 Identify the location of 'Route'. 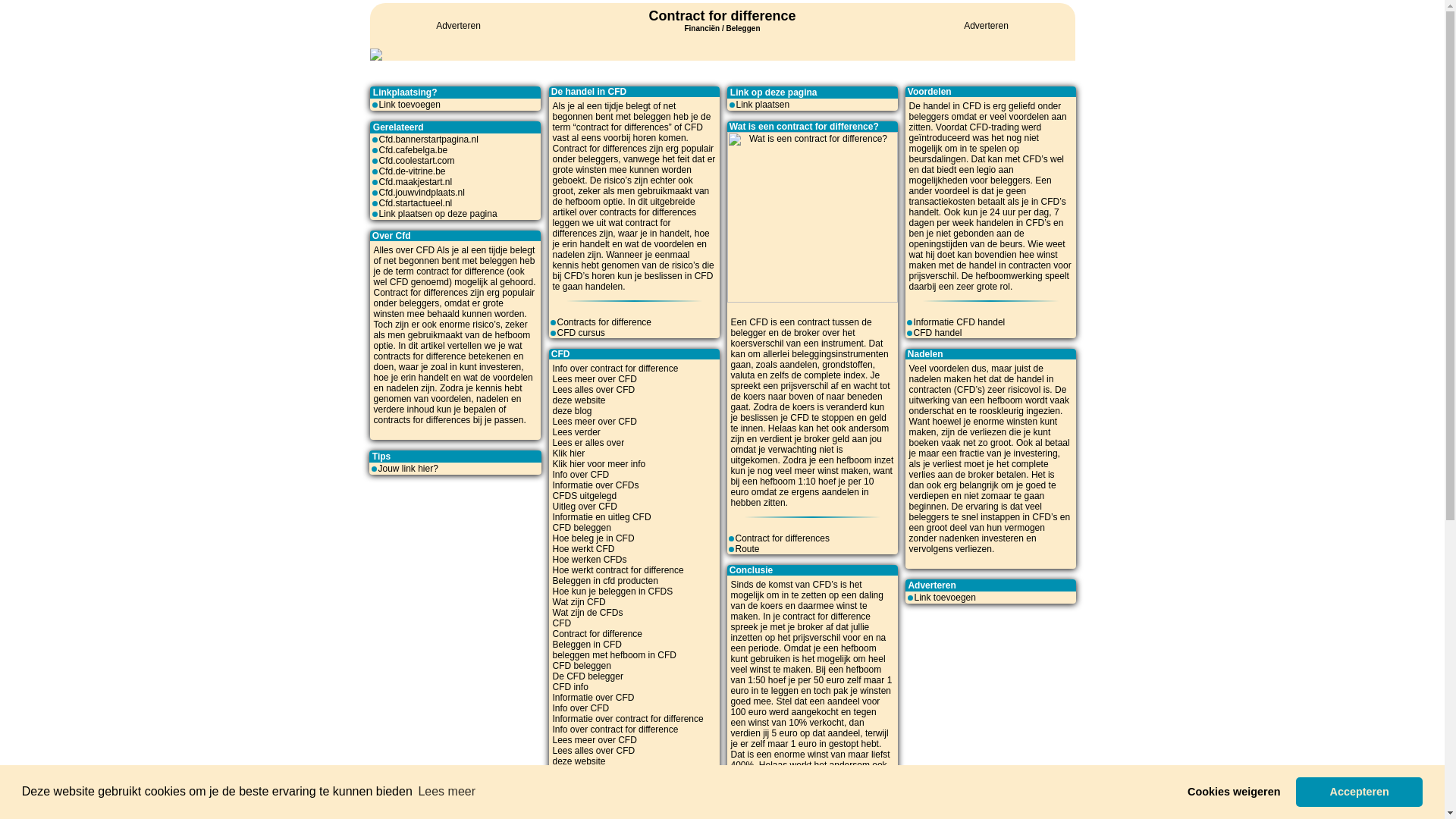
(735, 549).